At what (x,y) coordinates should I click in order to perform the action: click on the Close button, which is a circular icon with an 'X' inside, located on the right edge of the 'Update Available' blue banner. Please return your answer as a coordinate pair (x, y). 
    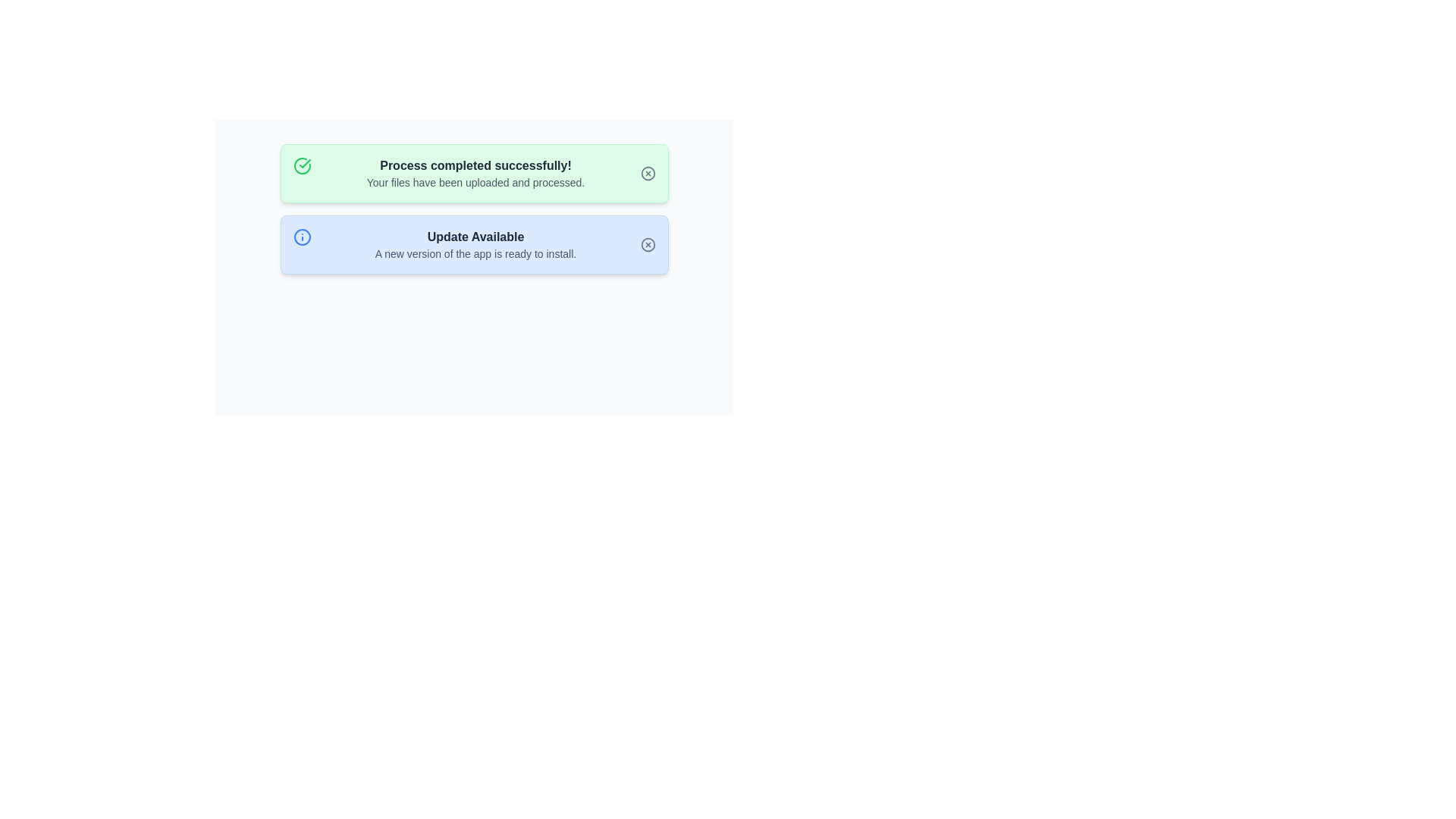
    Looking at the image, I should click on (648, 244).